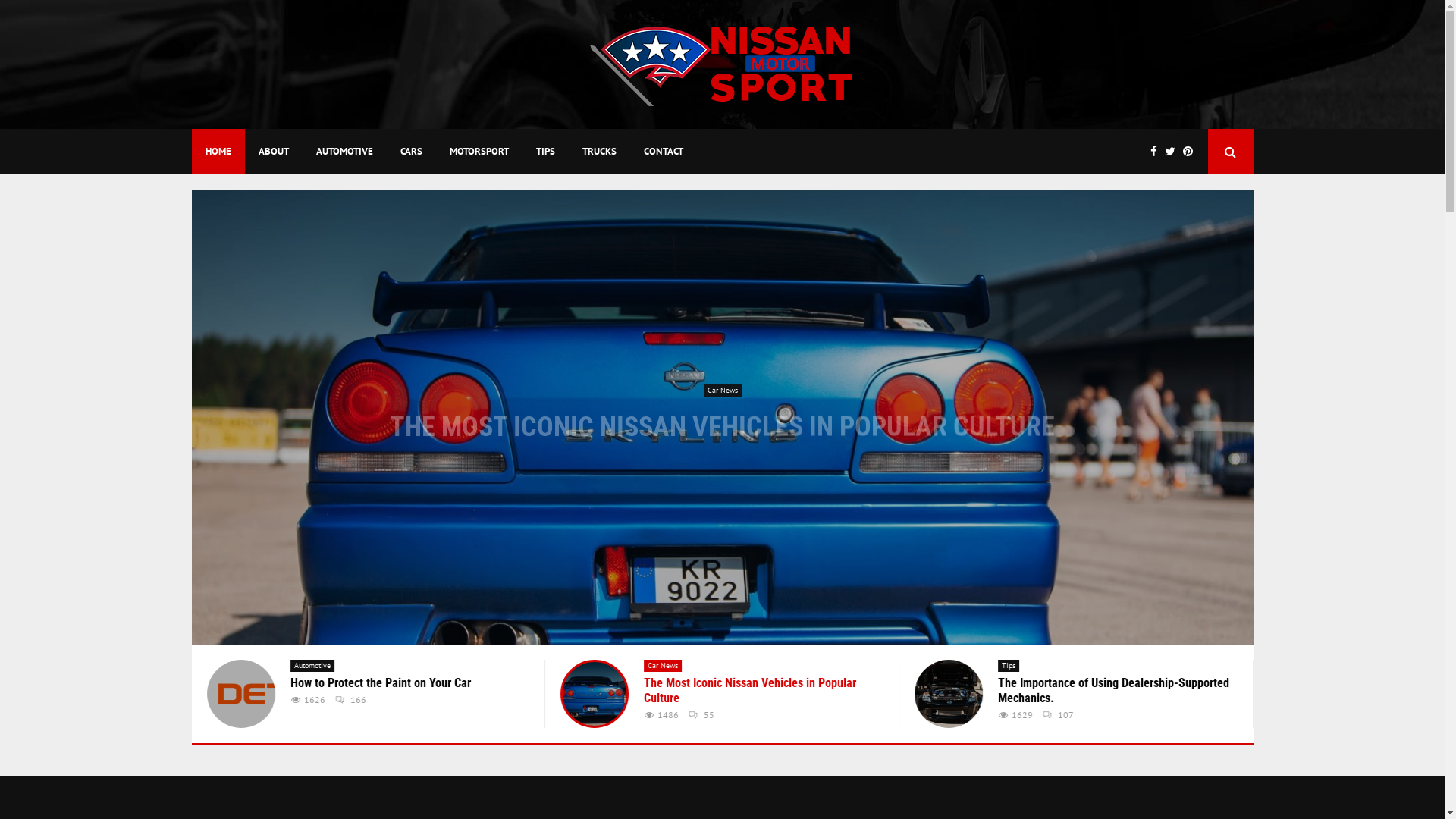 This screenshot has height=819, width=1456. Describe the element at coordinates (544, 152) in the screenshot. I see `'TIPS'` at that location.